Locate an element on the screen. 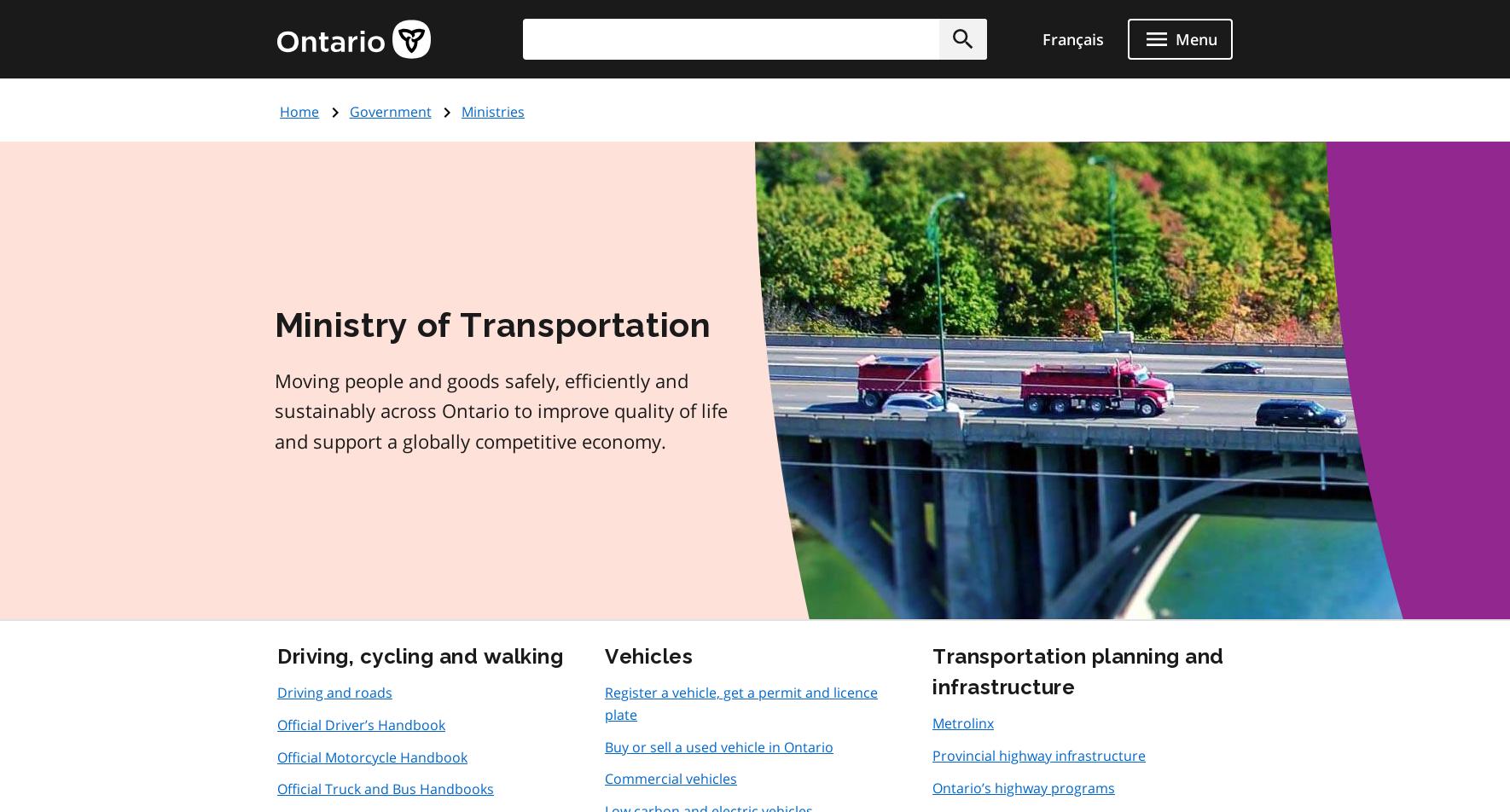 This screenshot has height=812, width=1510. 'Ministries' is located at coordinates (492, 111).